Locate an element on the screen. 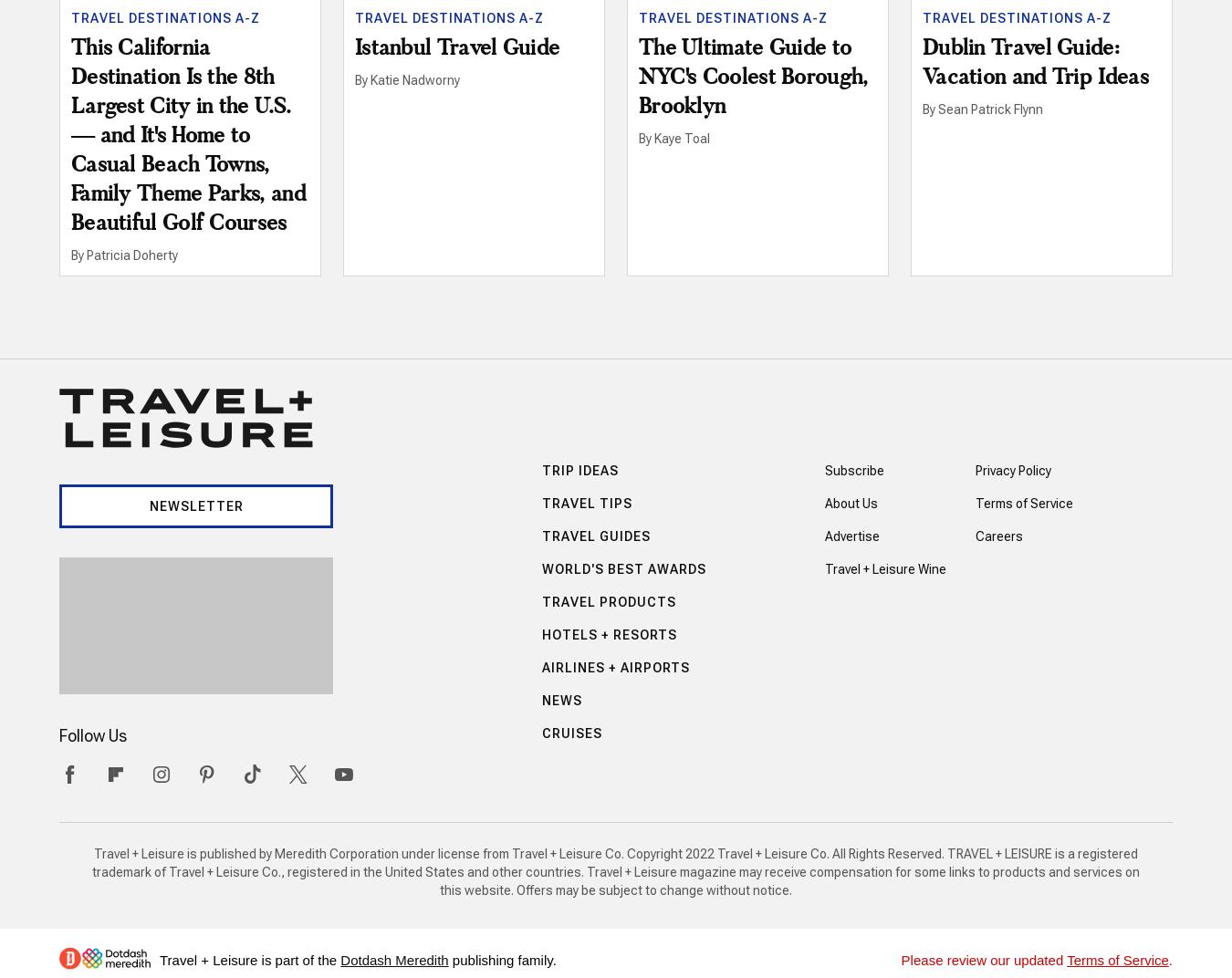 This screenshot has height=978, width=1232. 'Follow Us' is located at coordinates (92, 733).